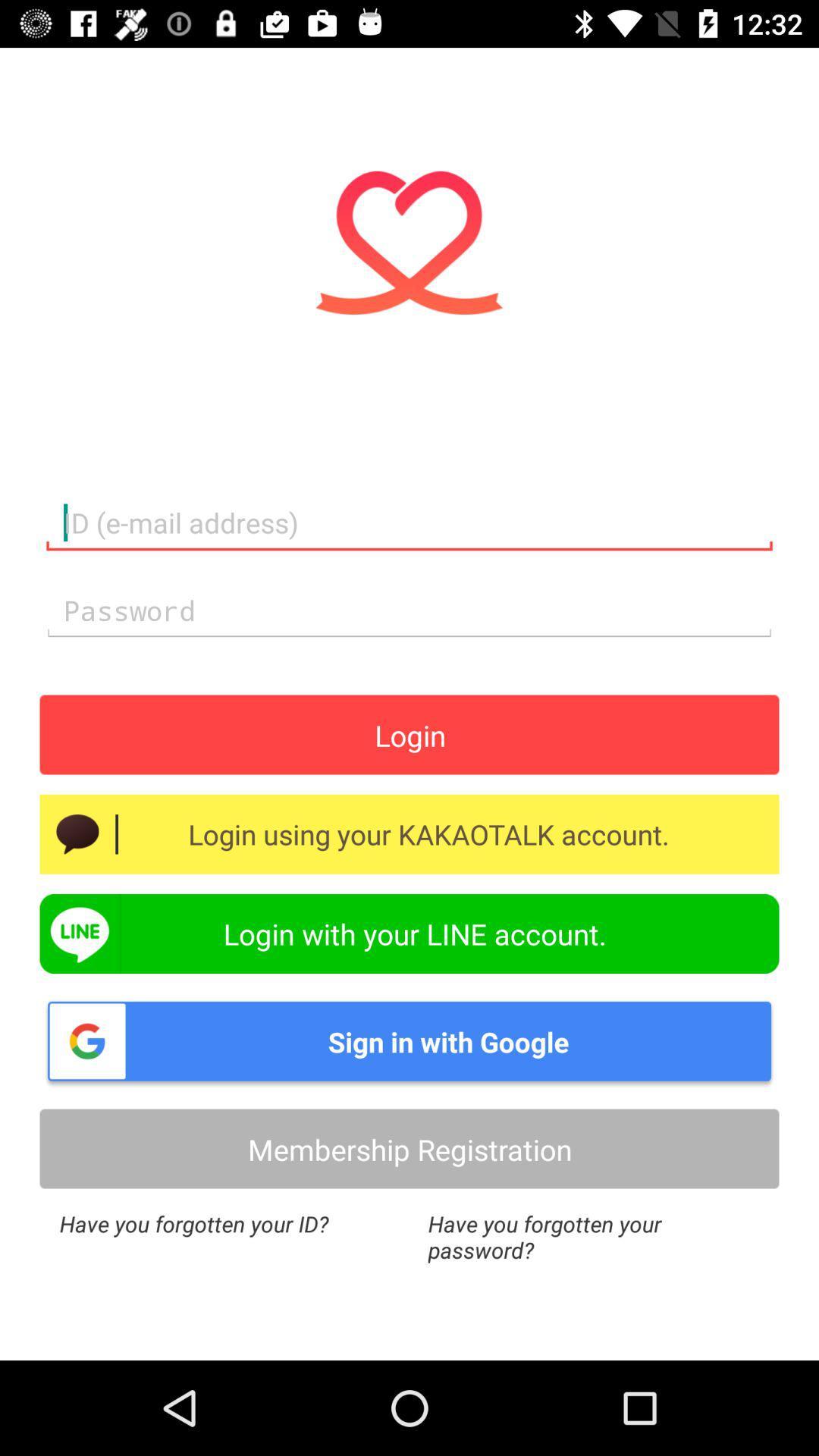 The width and height of the screenshot is (819, 1456). Describe the element at coordinates (409, 735) in the screenshot. I see `login option` at that location.